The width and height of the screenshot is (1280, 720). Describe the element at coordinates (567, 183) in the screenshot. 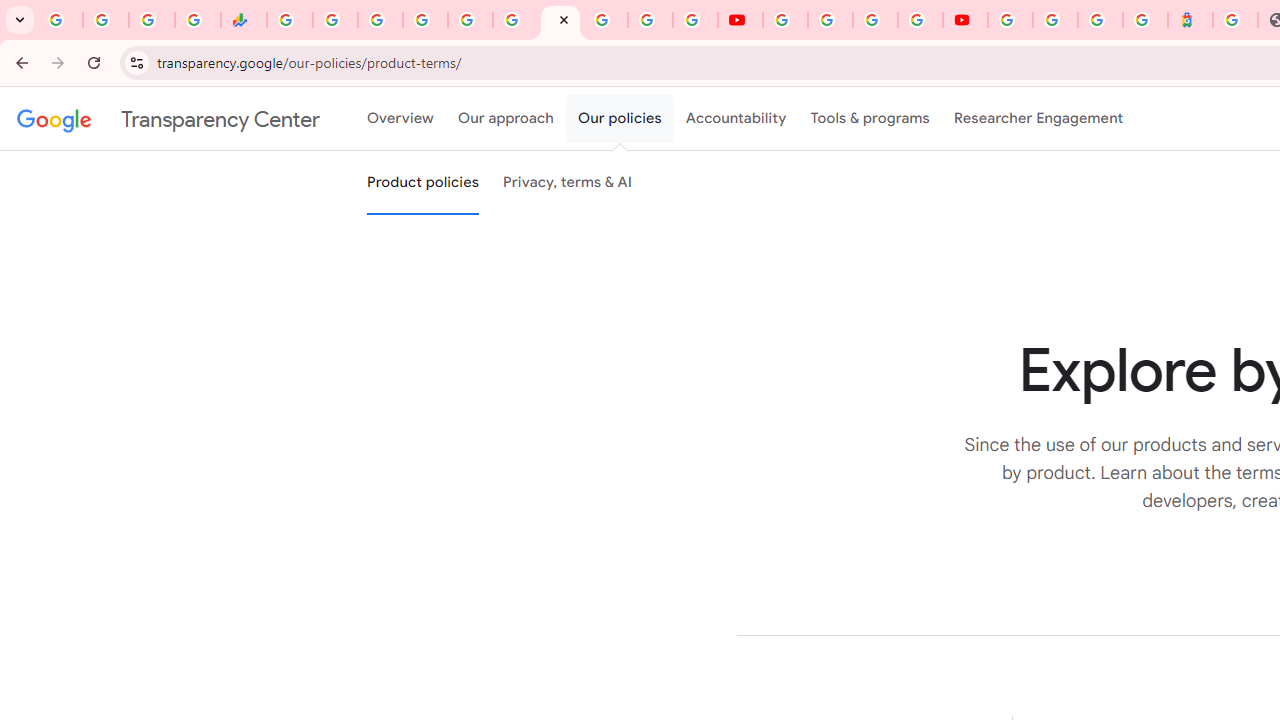

I see `'Privacy, terms & AI'` at that location.